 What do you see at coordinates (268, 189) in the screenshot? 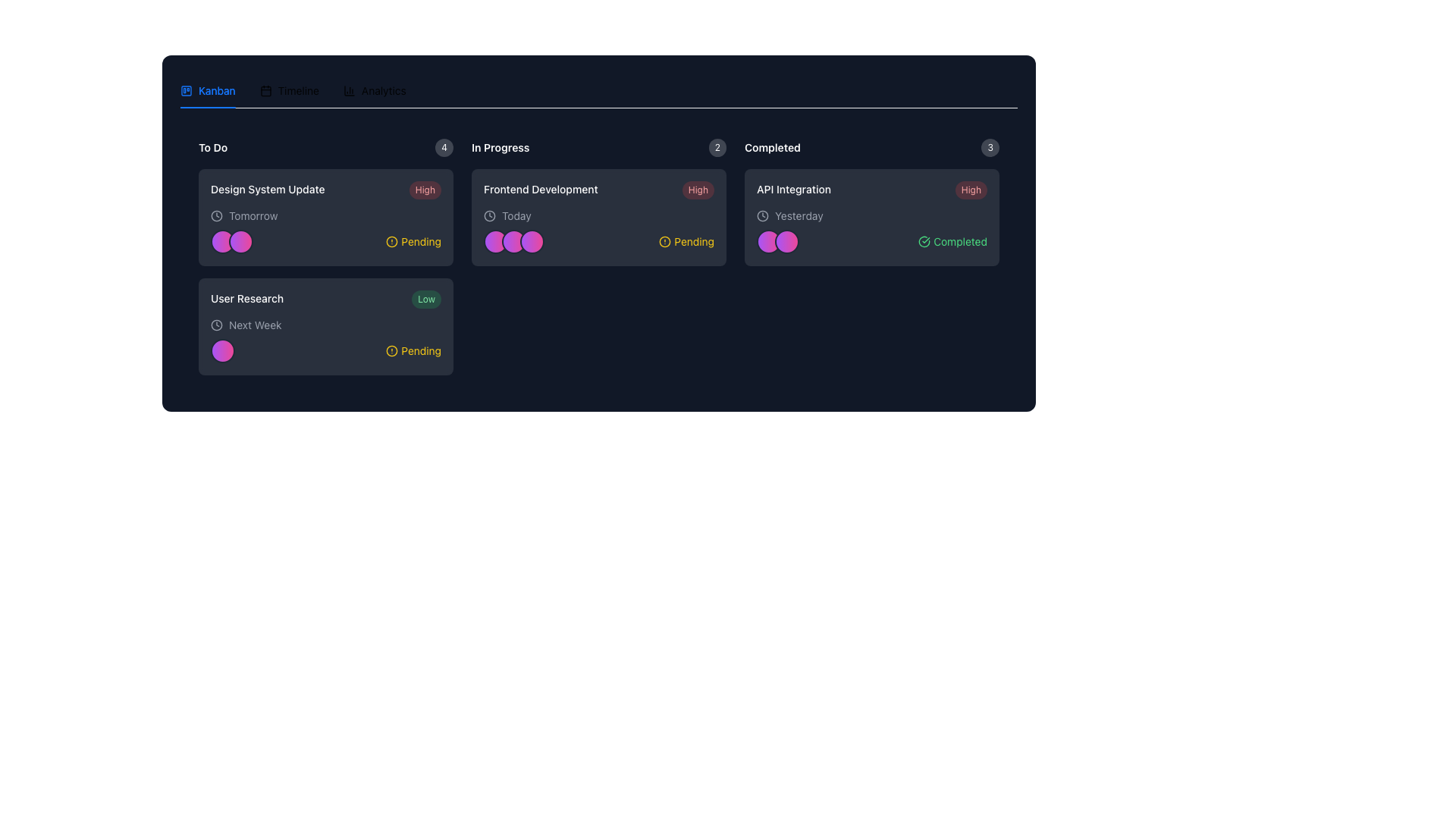
I see `text displayed in the Text element that shows 'Design System Update' located at the top-left corner of its containing card in the 'To Do' column of the Kanban board` at bounding box center [268, 189].